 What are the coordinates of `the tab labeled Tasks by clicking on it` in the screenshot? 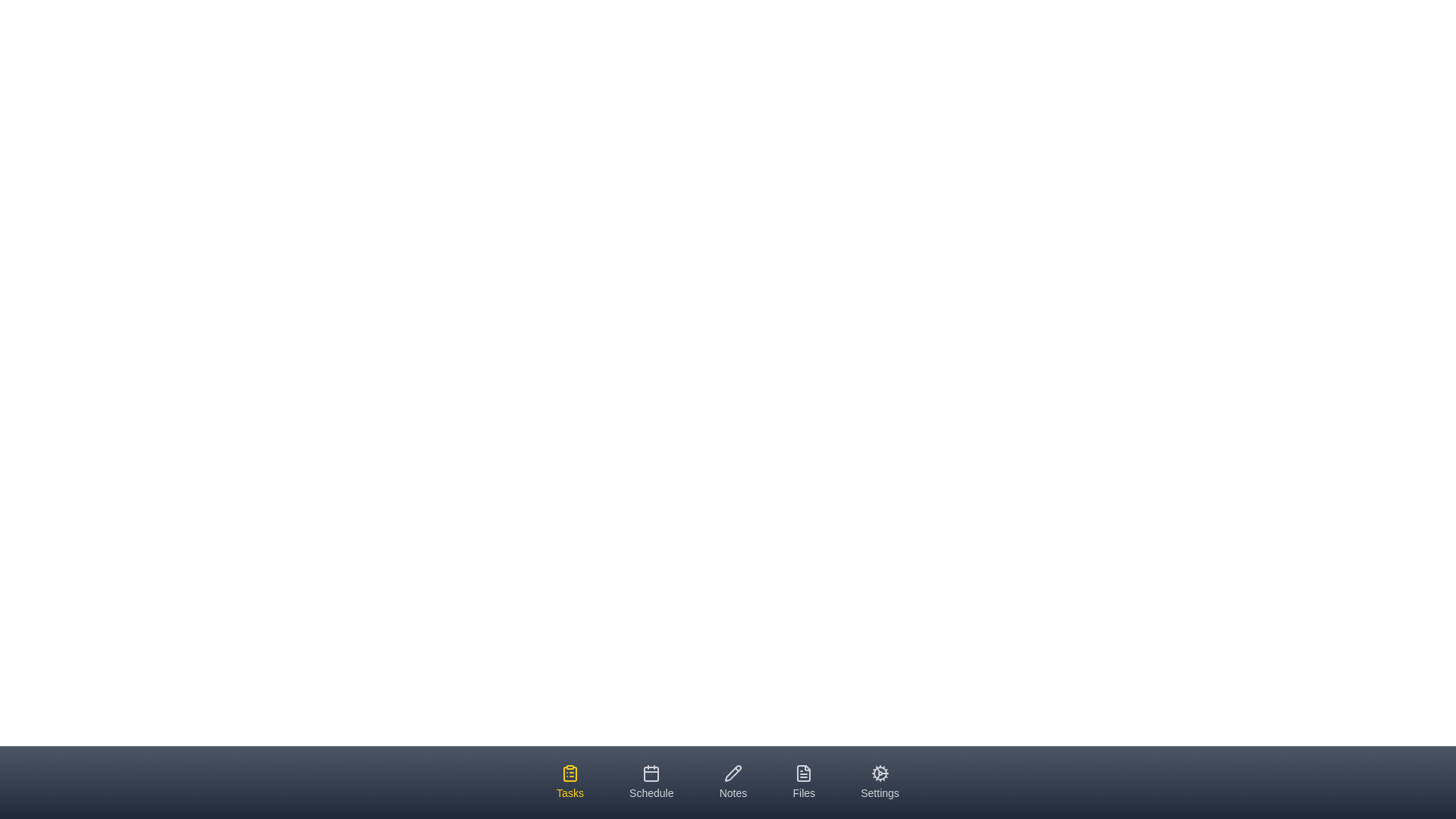 It's located at (570, 783).